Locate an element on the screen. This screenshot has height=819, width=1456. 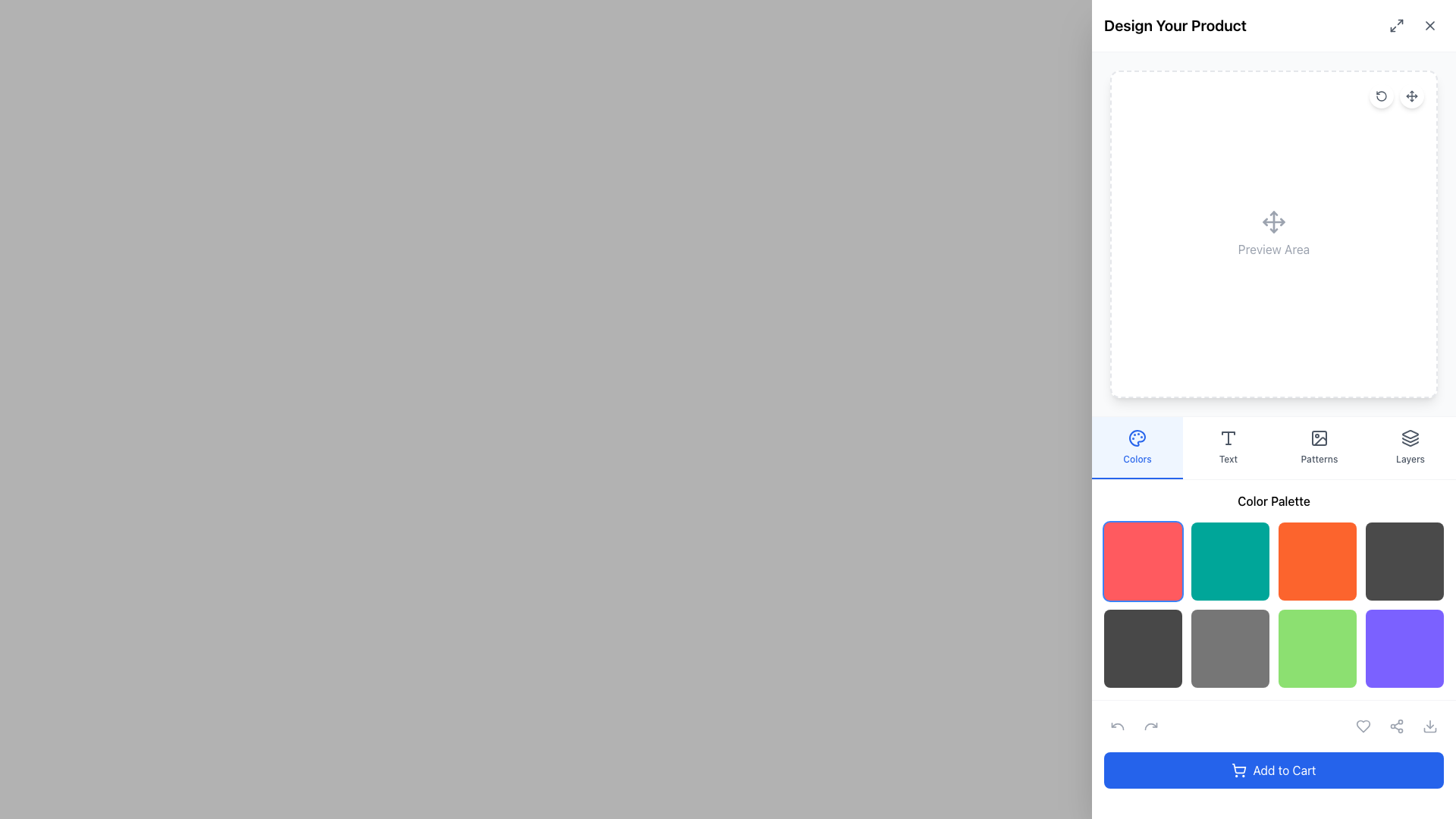
the reset or undo action button located at the upper-right corner of the preview area is located at coordinates (1382, 96).